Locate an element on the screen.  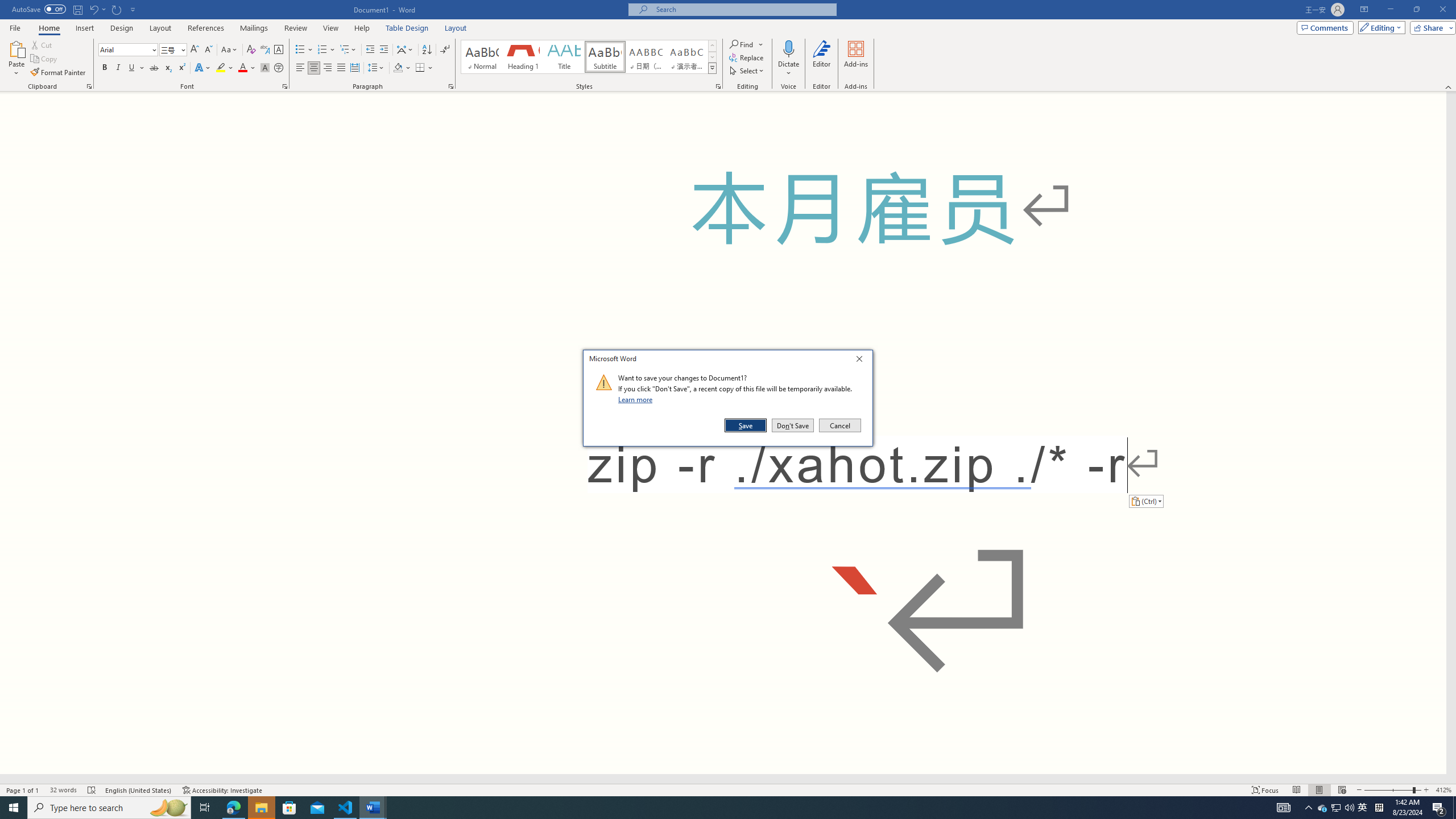
'Justify' is located at coordinates (341, 67).